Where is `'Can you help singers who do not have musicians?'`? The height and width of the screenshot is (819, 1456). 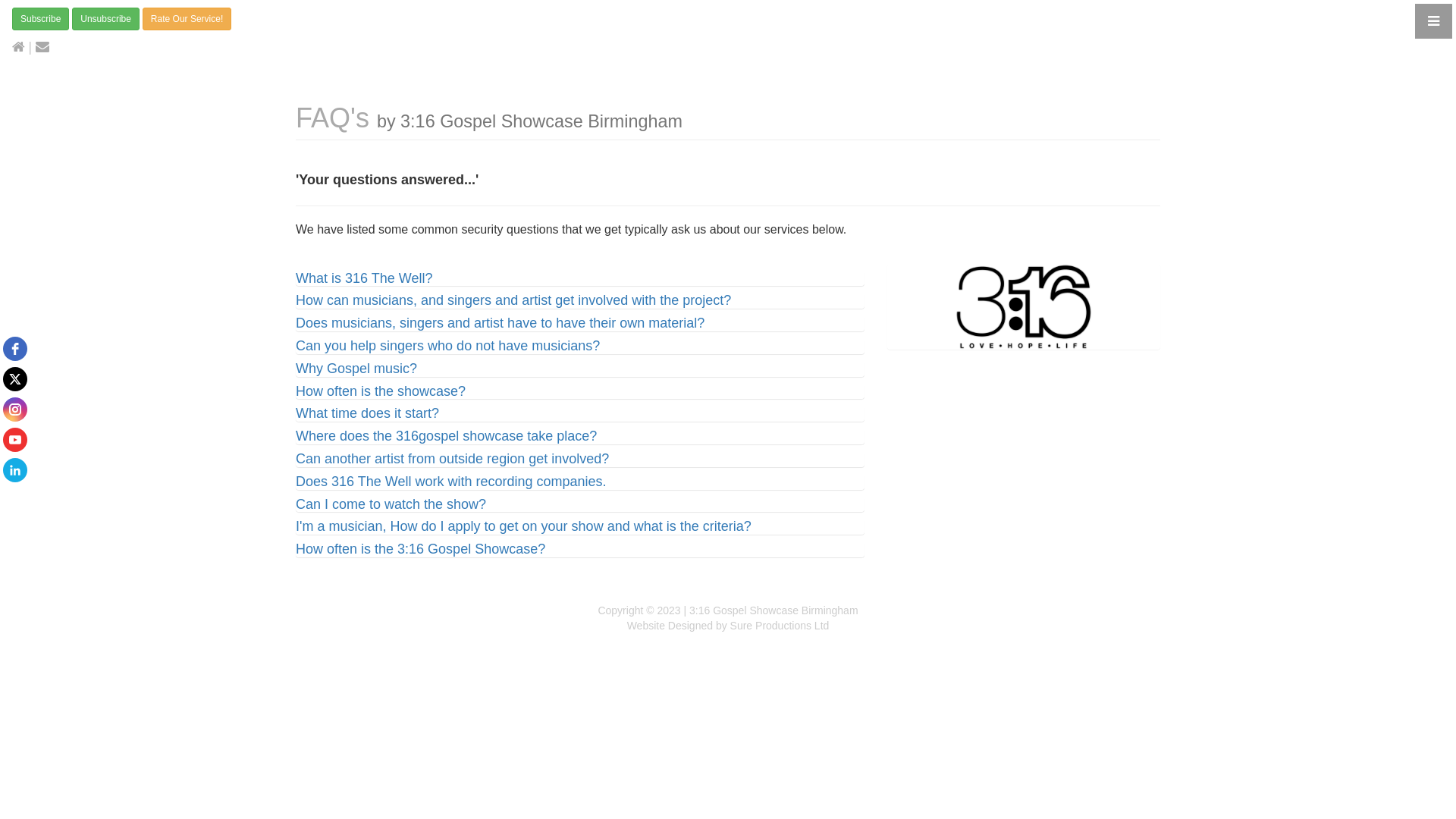 'Can you help singers who do not have musicians?' is located at coordinates (447, 345).